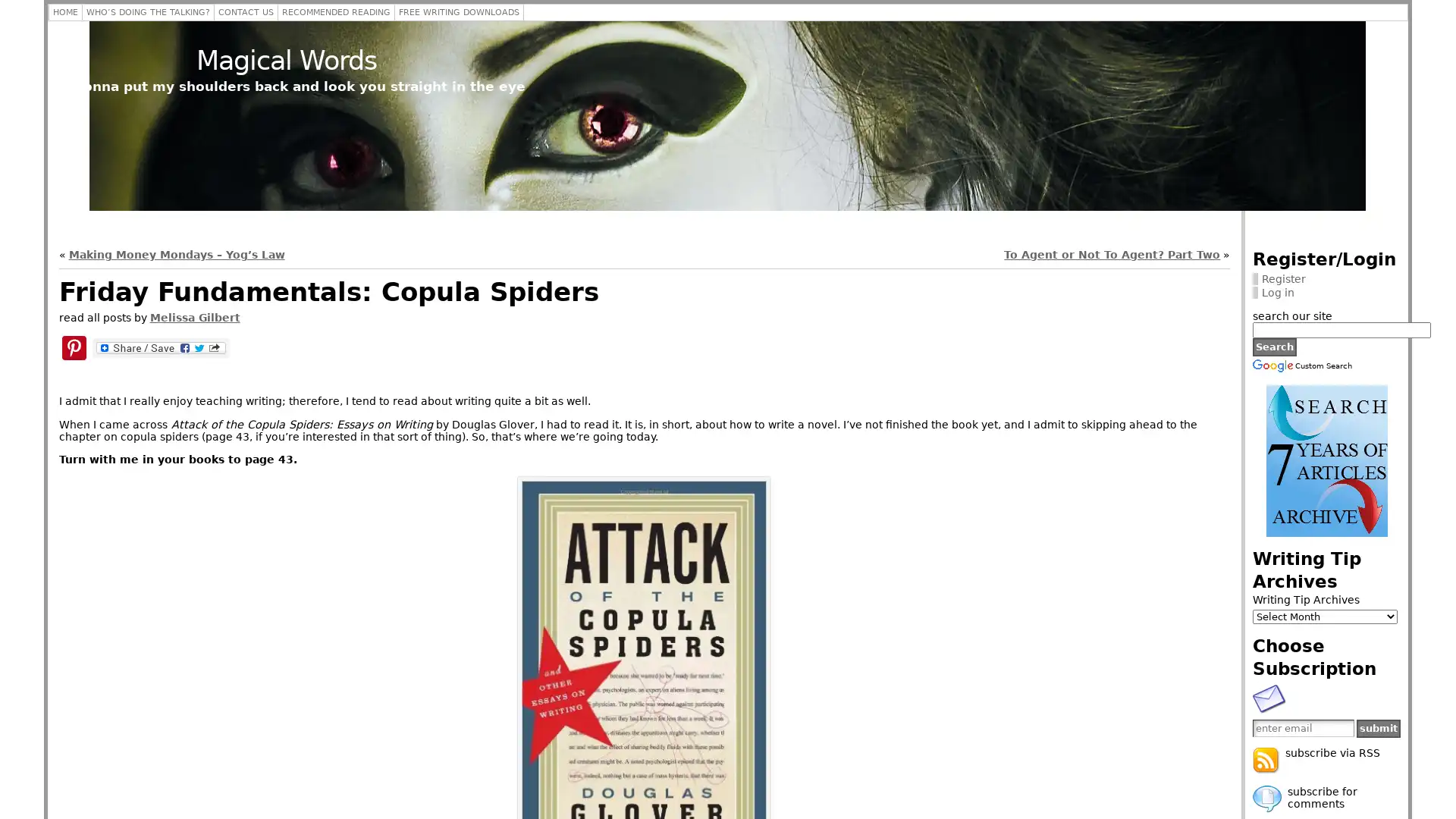 This screenshot has height=819, width=1456. What do you see at coordinates (1274, 346) in the screenshot?
I see `Search` at bounding box center [1274, 346].